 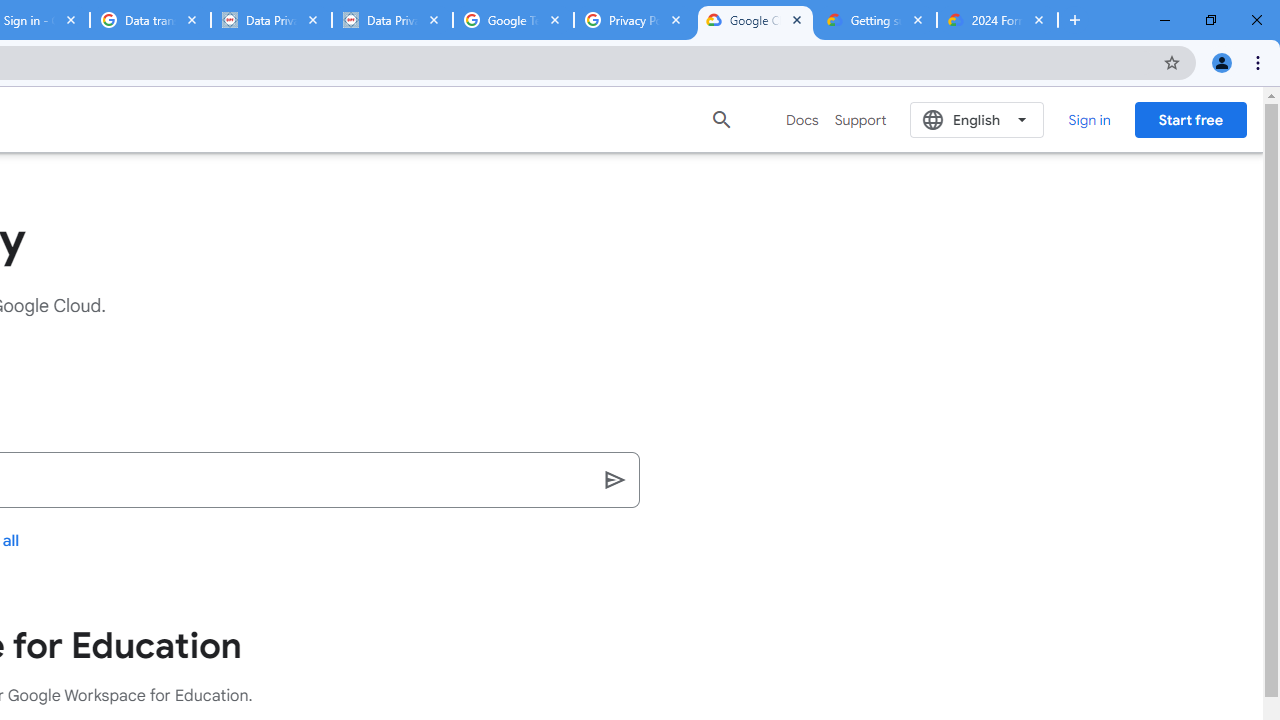 I want to click on 'Support', so click(x=860, y=119).